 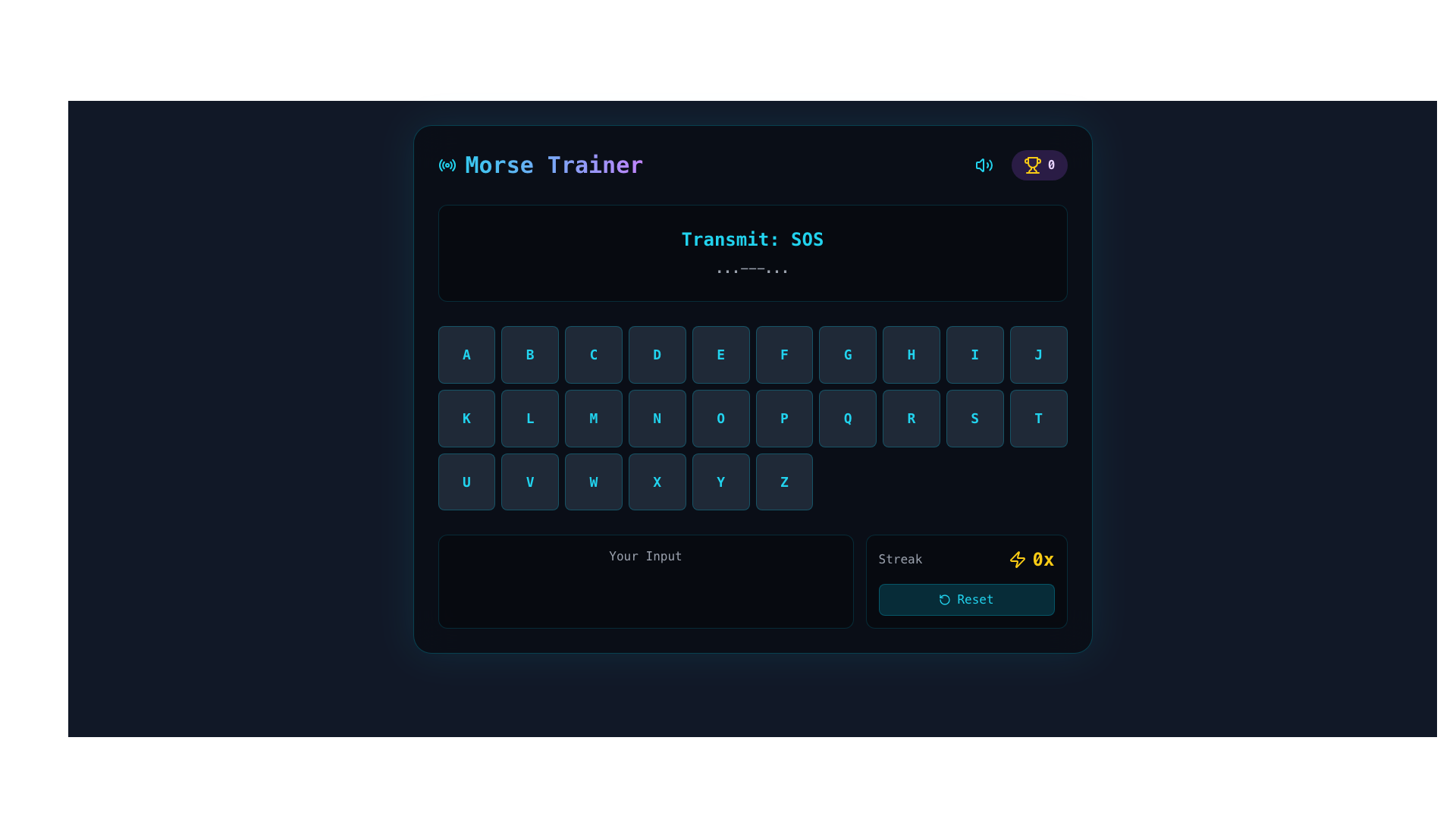 What do you see at coordinates (1037, 418) in the screenshot?
I see `the interactive button representing the letter 'T', which is the 20th button in a 5-row grid, located in the second row and last column` at bounding box center [1037, 418].